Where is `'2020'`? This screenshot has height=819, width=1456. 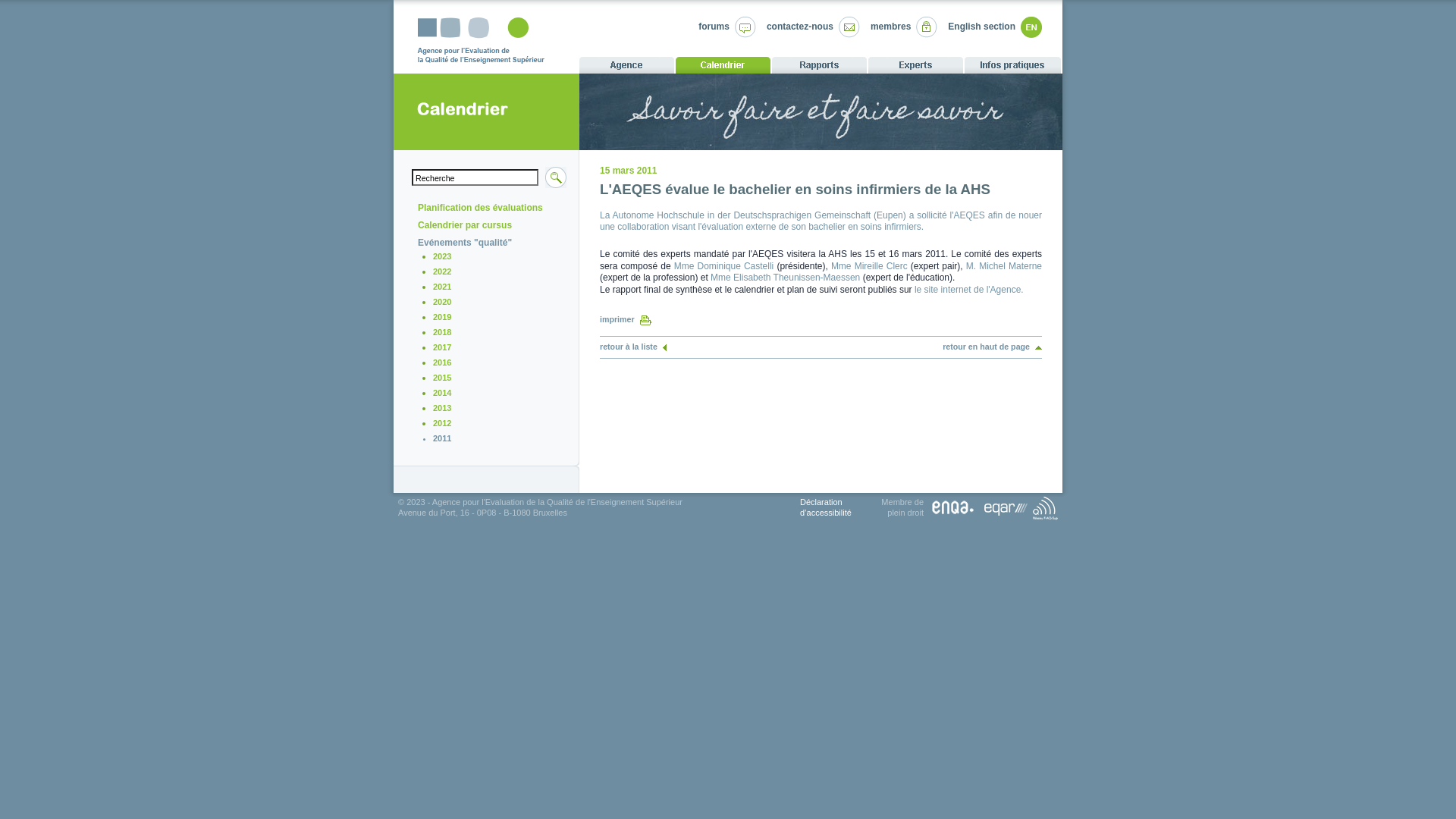 '2020' is located at coordinates (432, 301).